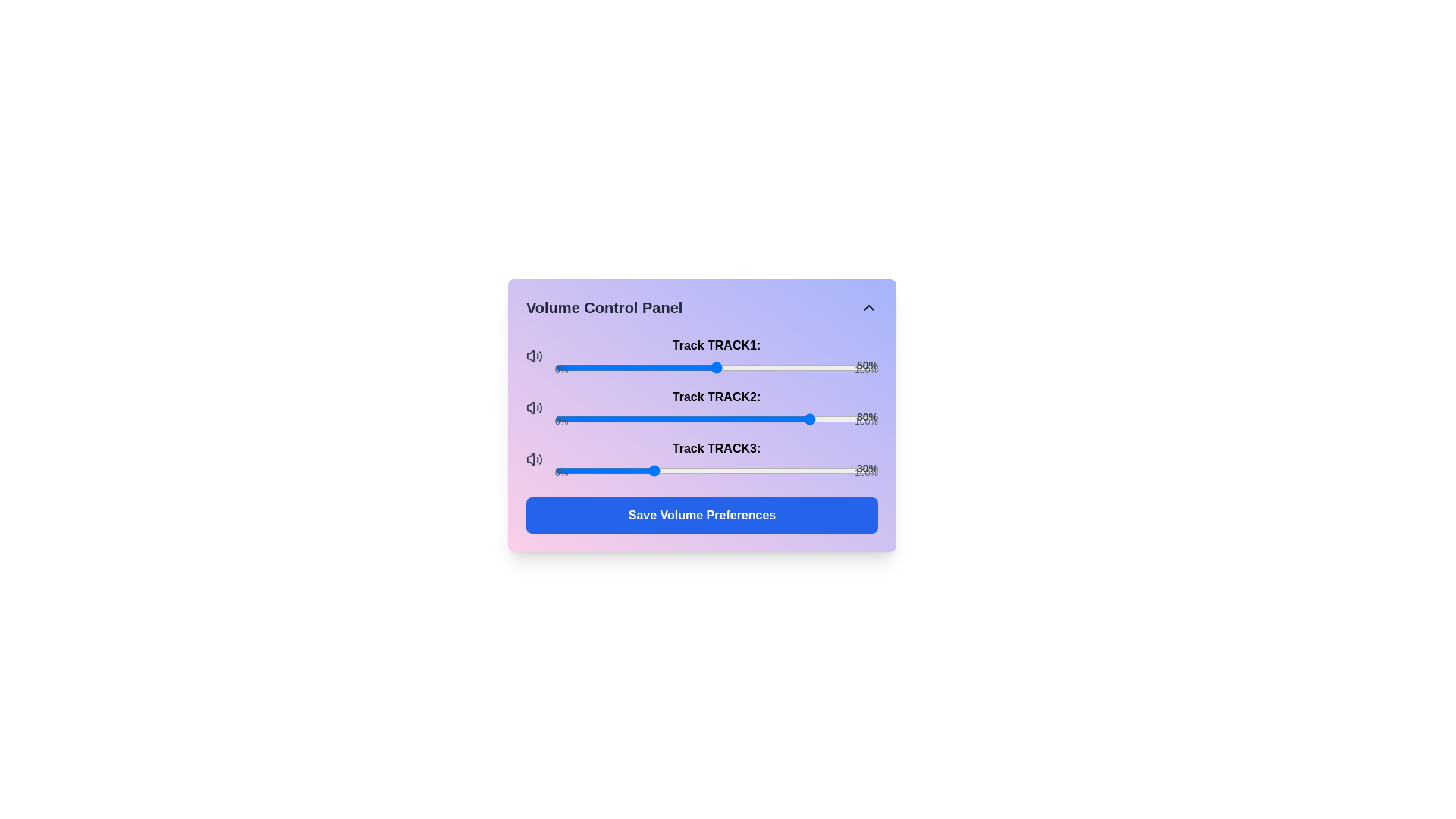  Describe the element at coordinates (781, 470) in the screenshot. I see `the slider value` at that location.